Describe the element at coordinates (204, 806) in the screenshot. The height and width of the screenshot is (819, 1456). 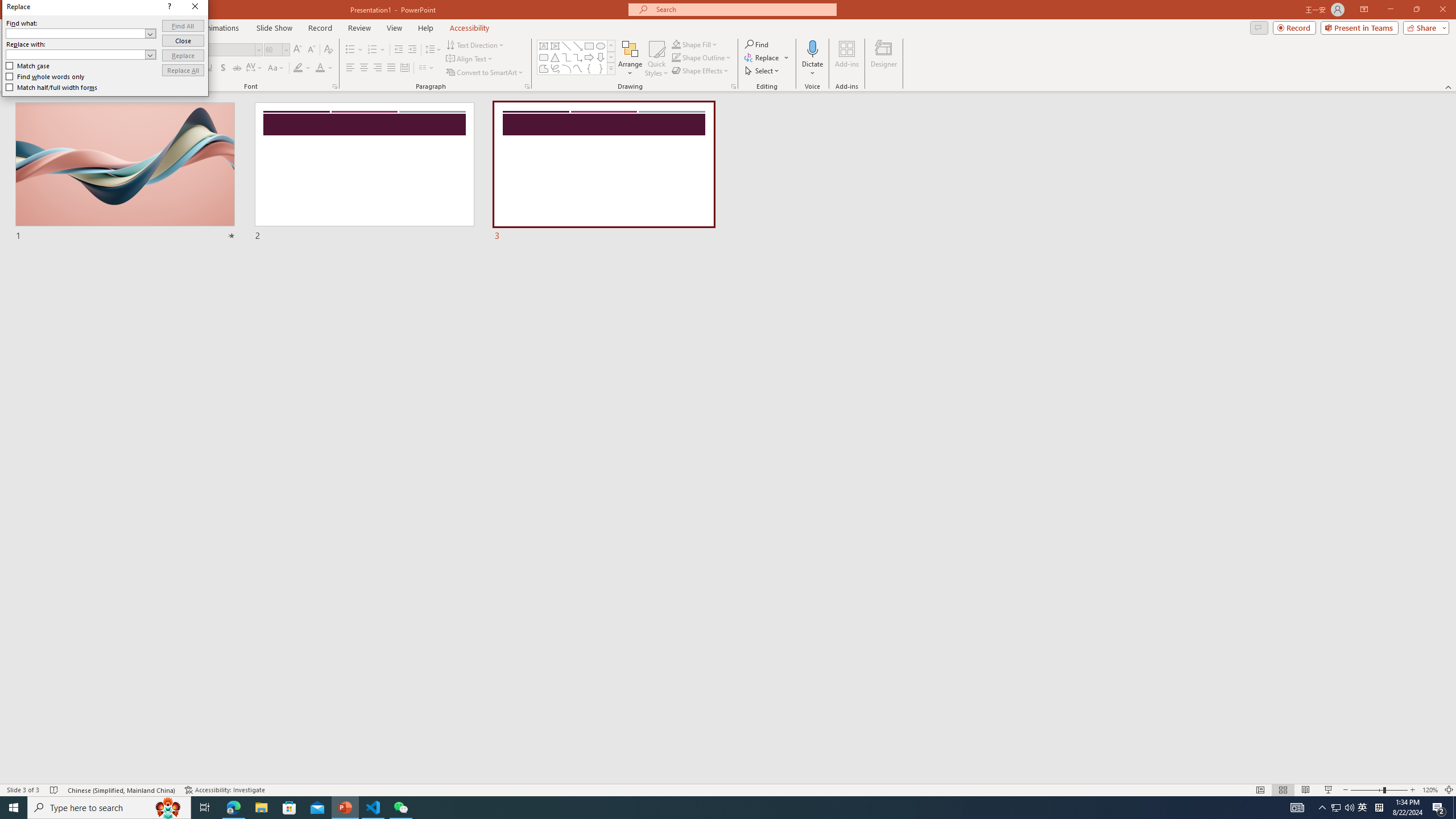
I see `'Task View'` at that location.